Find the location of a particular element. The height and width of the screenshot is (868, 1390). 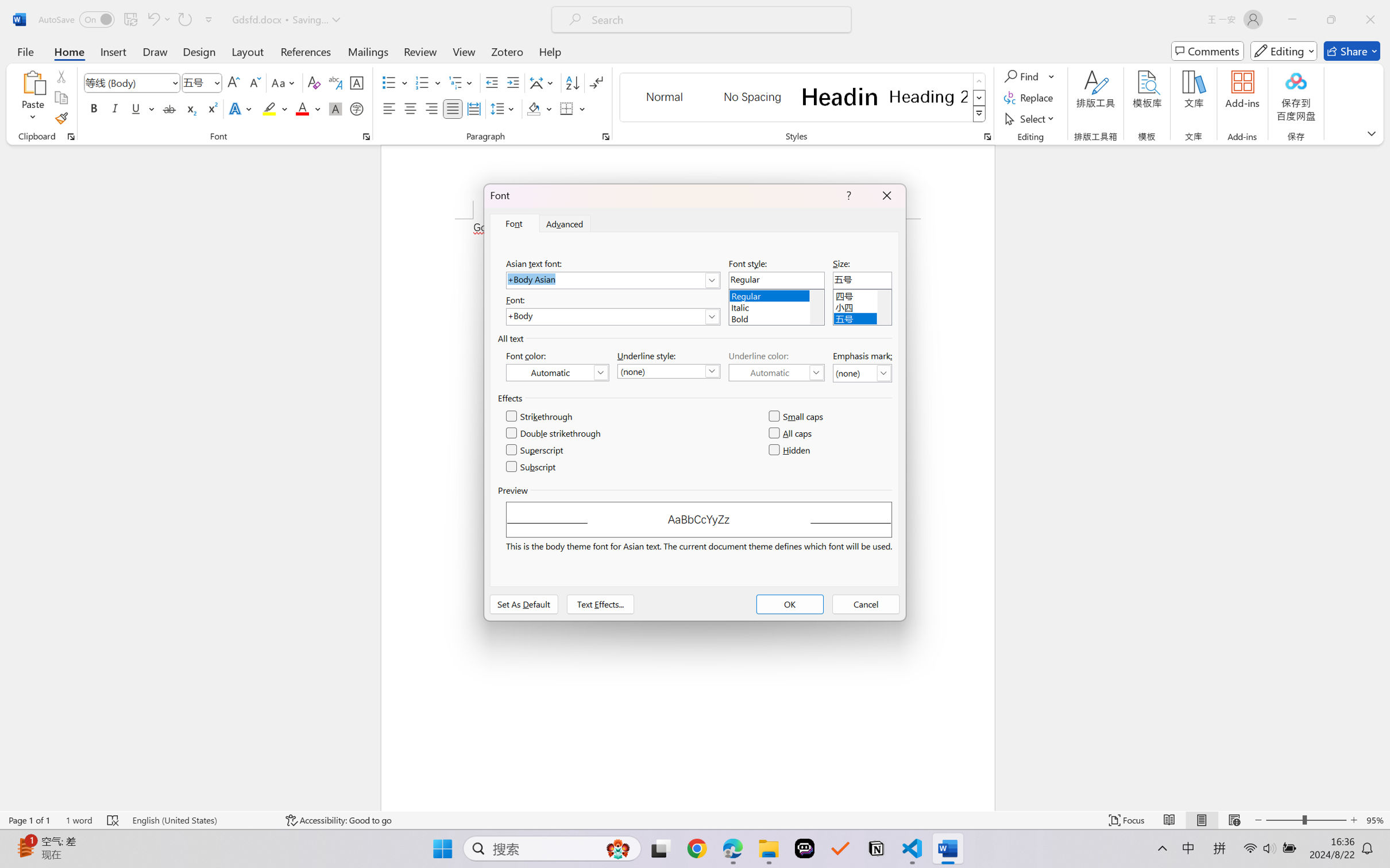

'Poe' is located at coordinates (804, 848).